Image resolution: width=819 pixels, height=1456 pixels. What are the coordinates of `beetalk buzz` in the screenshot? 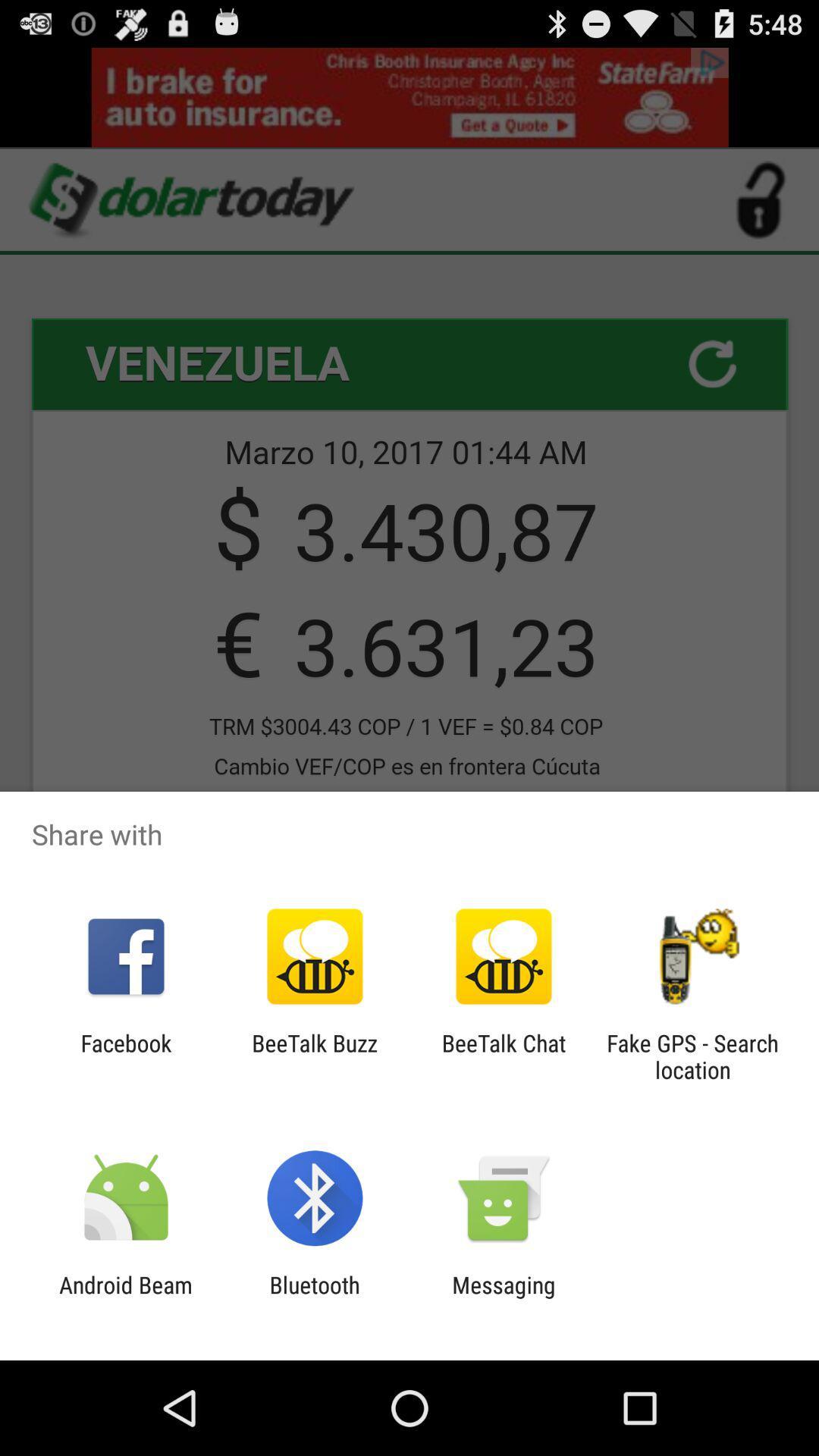 It's located at (314, 1056).